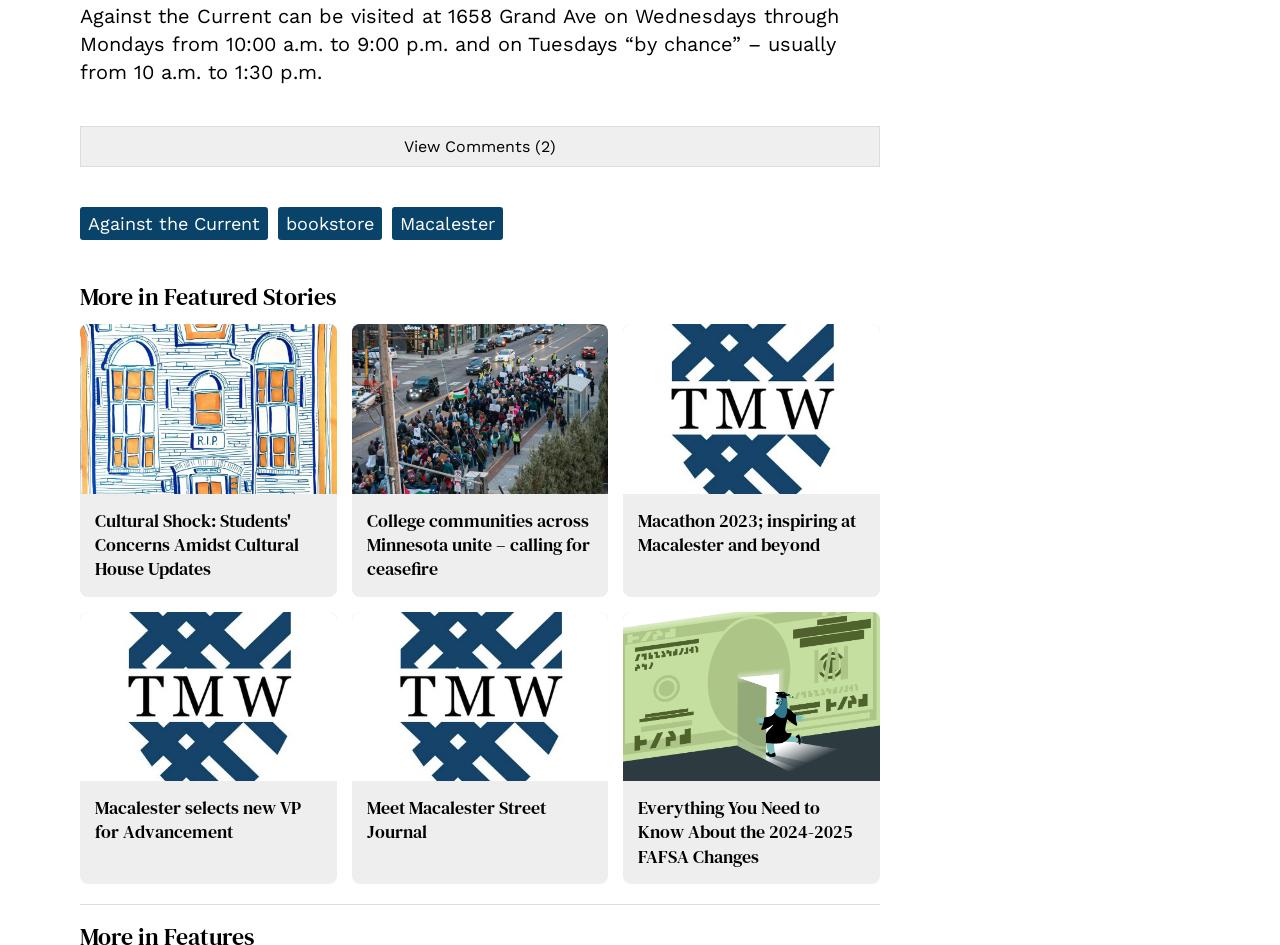  Describe the element at coordinates (173, 222) in the screenshot. I see `'Against the Current'` at that location.